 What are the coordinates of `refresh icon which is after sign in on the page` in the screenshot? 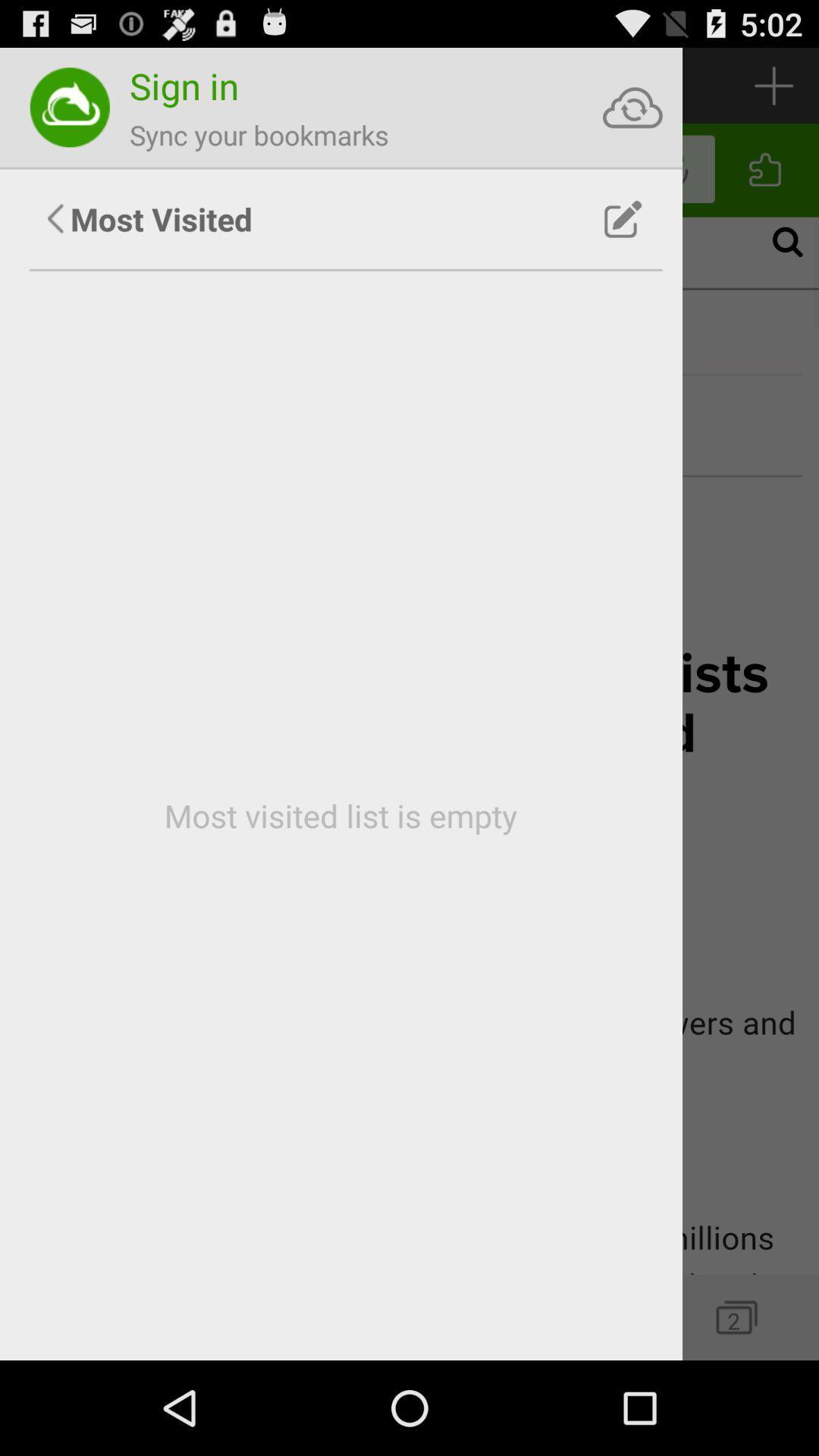 It's located at (632, 107).